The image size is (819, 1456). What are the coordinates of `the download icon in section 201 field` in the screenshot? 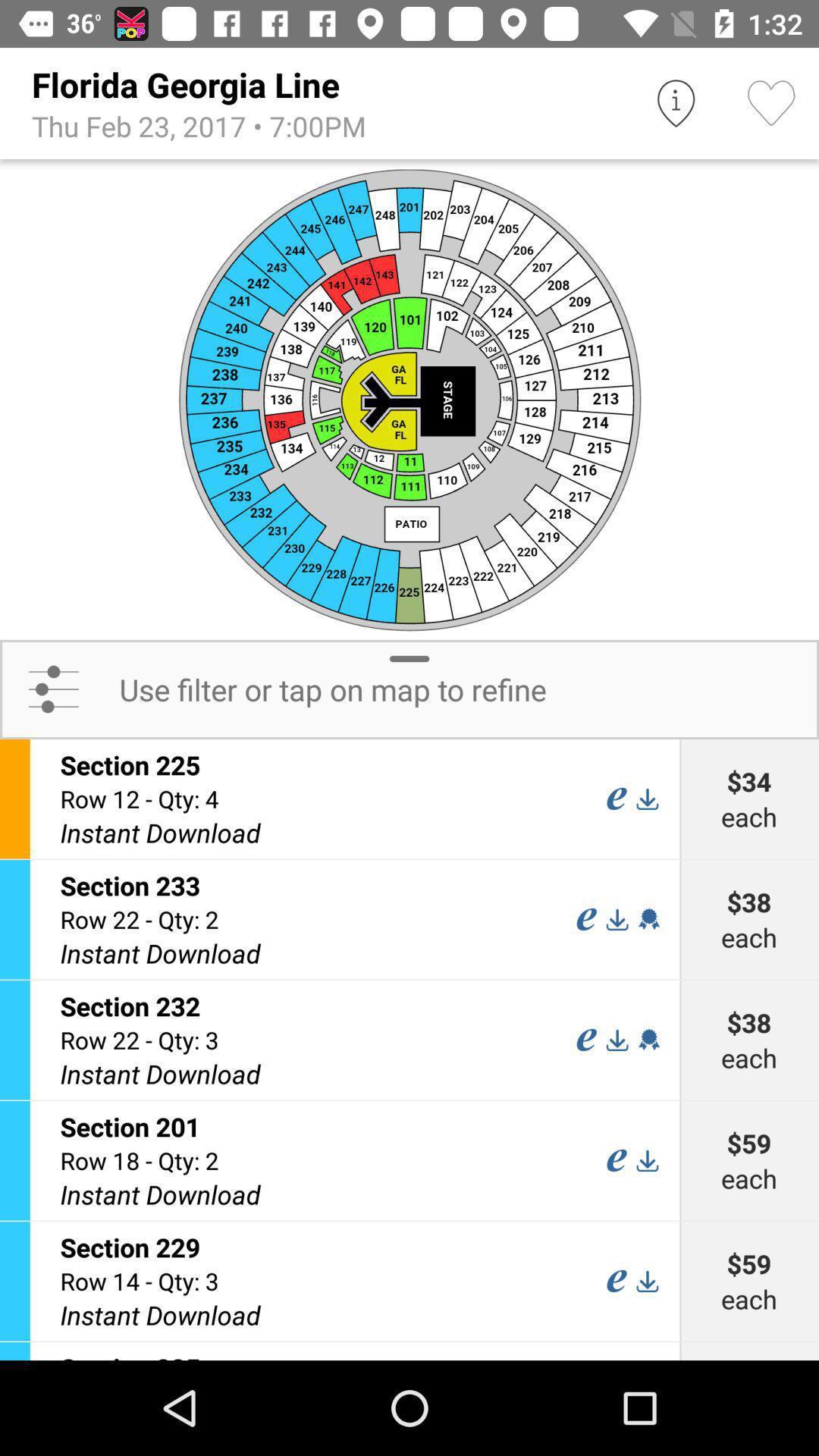 It's located at (647, 1159).